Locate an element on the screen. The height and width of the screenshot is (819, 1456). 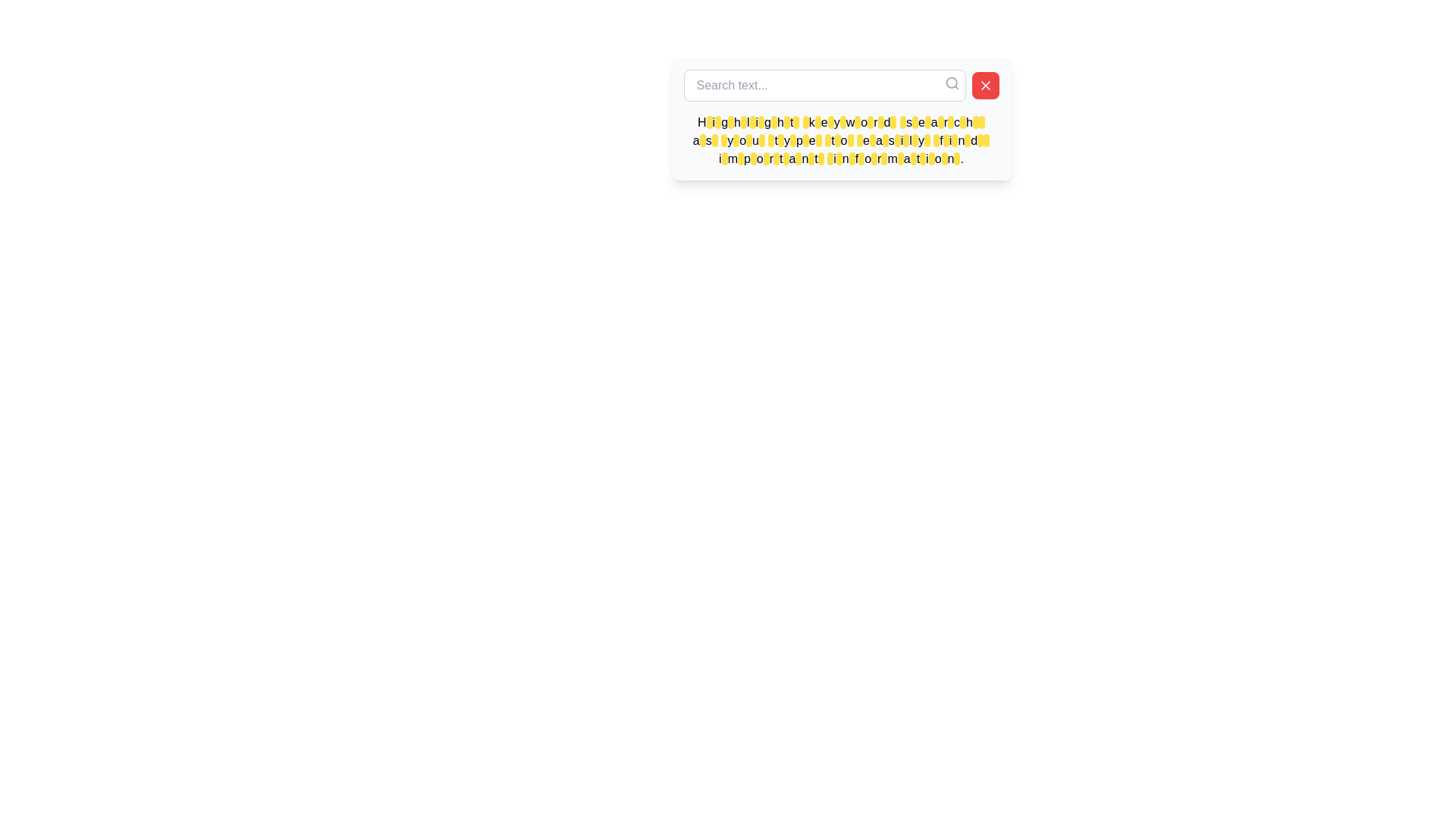
the small rectangular yellow highlight with rounded corners covering the letter 'E' in the word 'keyword' within the block of text is located at coordinates (830, 121).